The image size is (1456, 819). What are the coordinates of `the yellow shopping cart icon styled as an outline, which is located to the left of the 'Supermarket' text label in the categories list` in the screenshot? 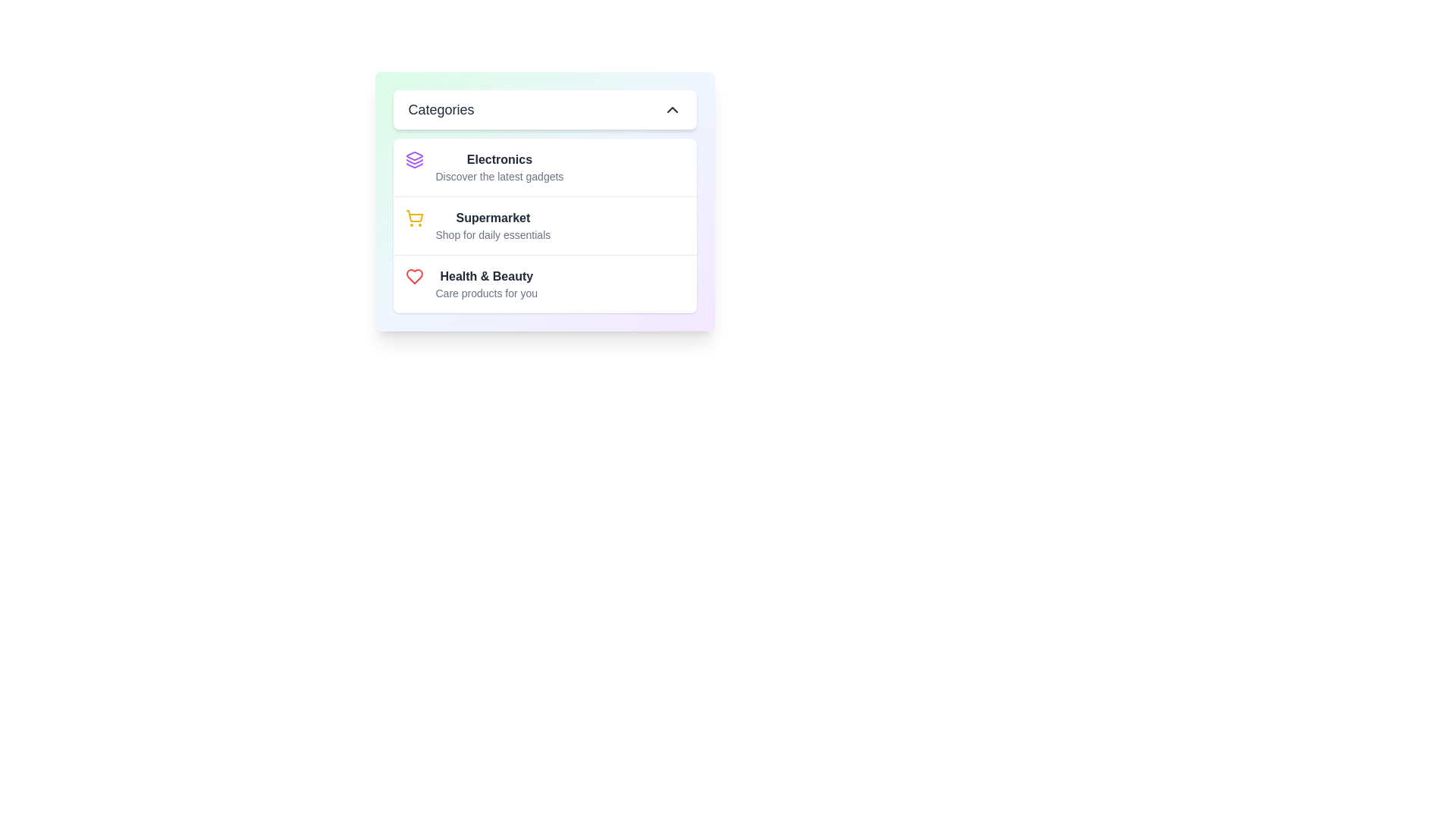 It's located at (414, 218).